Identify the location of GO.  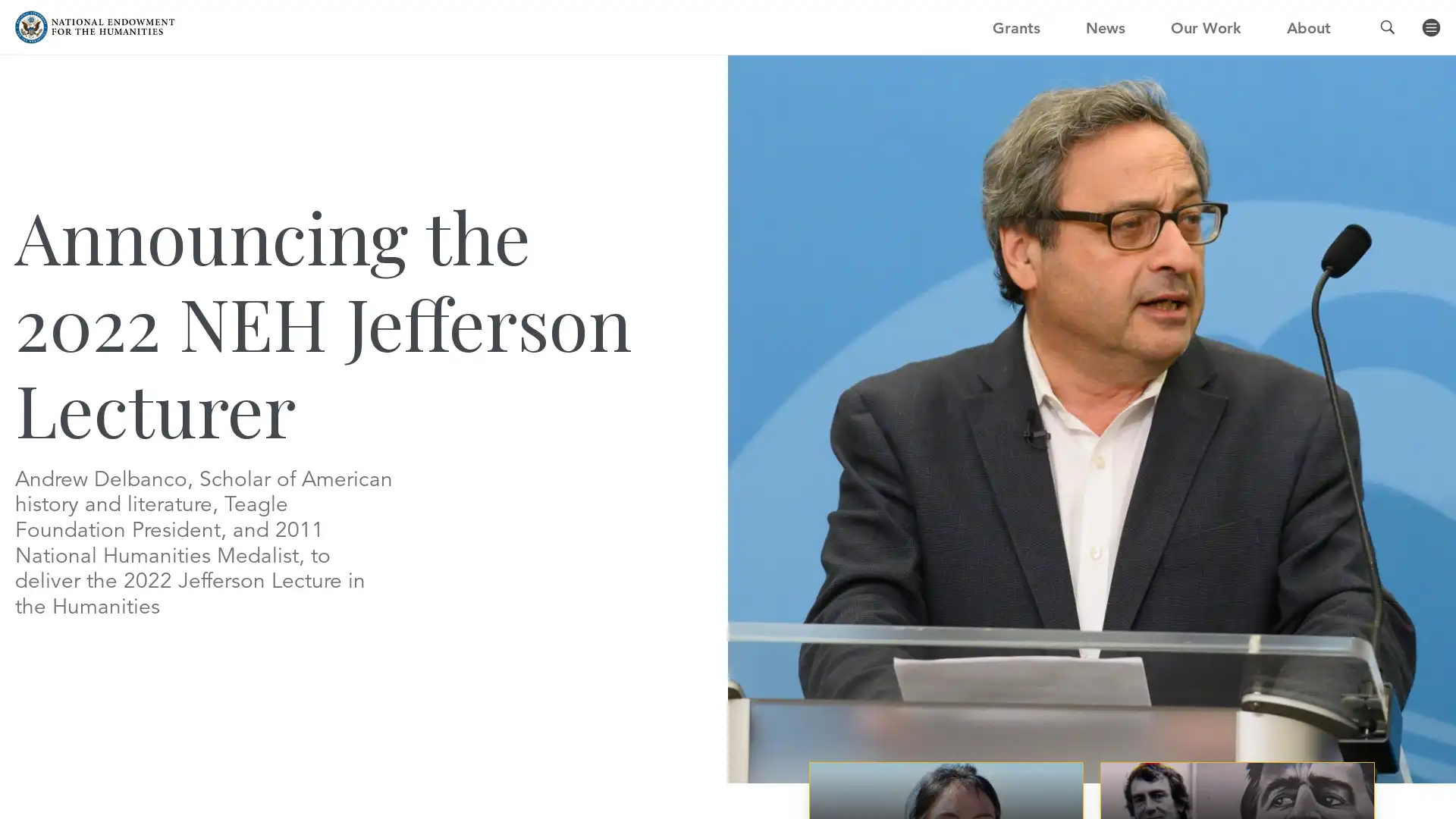
(984, 49).